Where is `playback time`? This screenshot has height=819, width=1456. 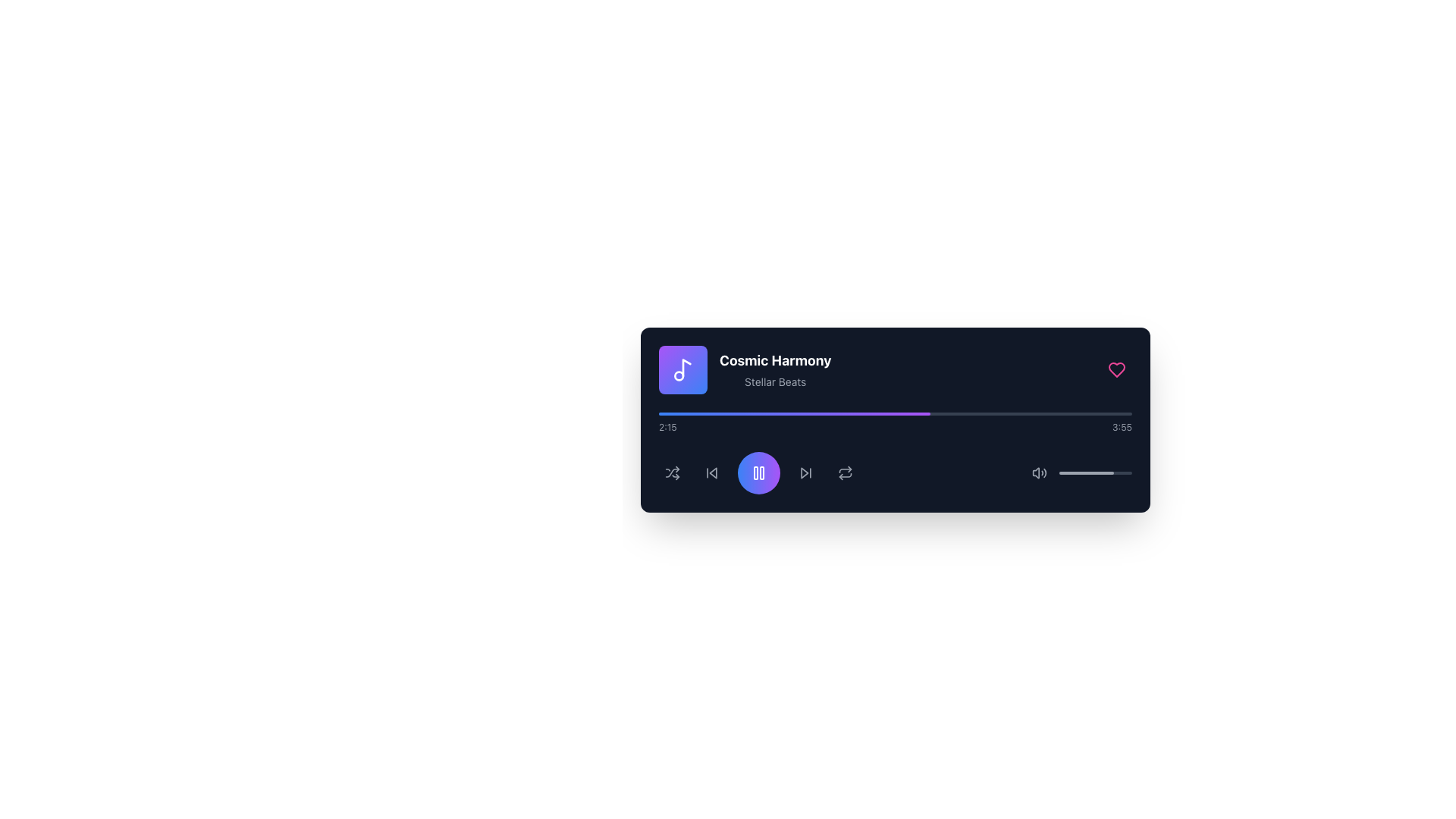 playback time is located at coordinates (964, 414).